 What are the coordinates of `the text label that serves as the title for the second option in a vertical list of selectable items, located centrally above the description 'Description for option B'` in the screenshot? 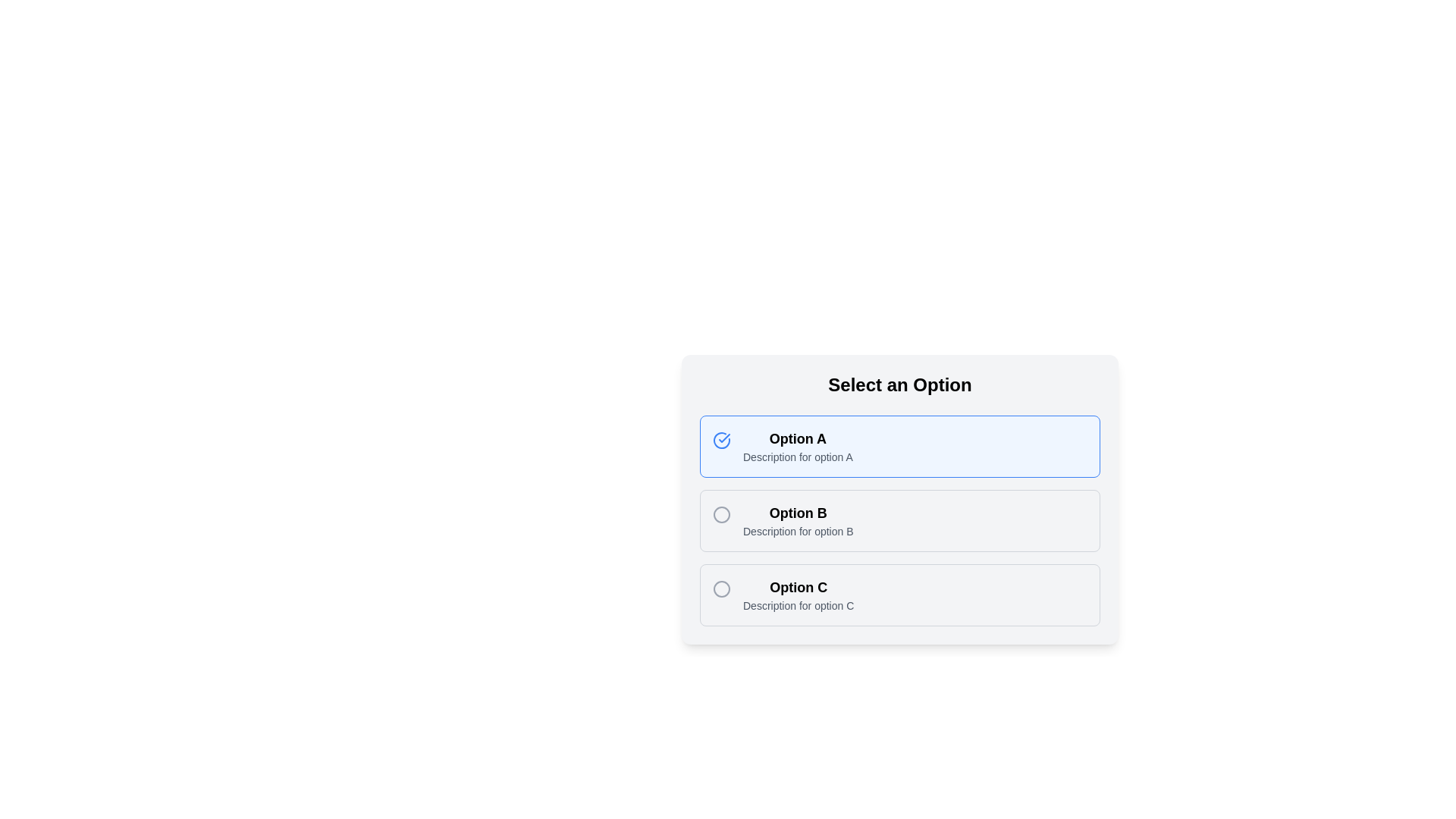 It's located at (797, 513).